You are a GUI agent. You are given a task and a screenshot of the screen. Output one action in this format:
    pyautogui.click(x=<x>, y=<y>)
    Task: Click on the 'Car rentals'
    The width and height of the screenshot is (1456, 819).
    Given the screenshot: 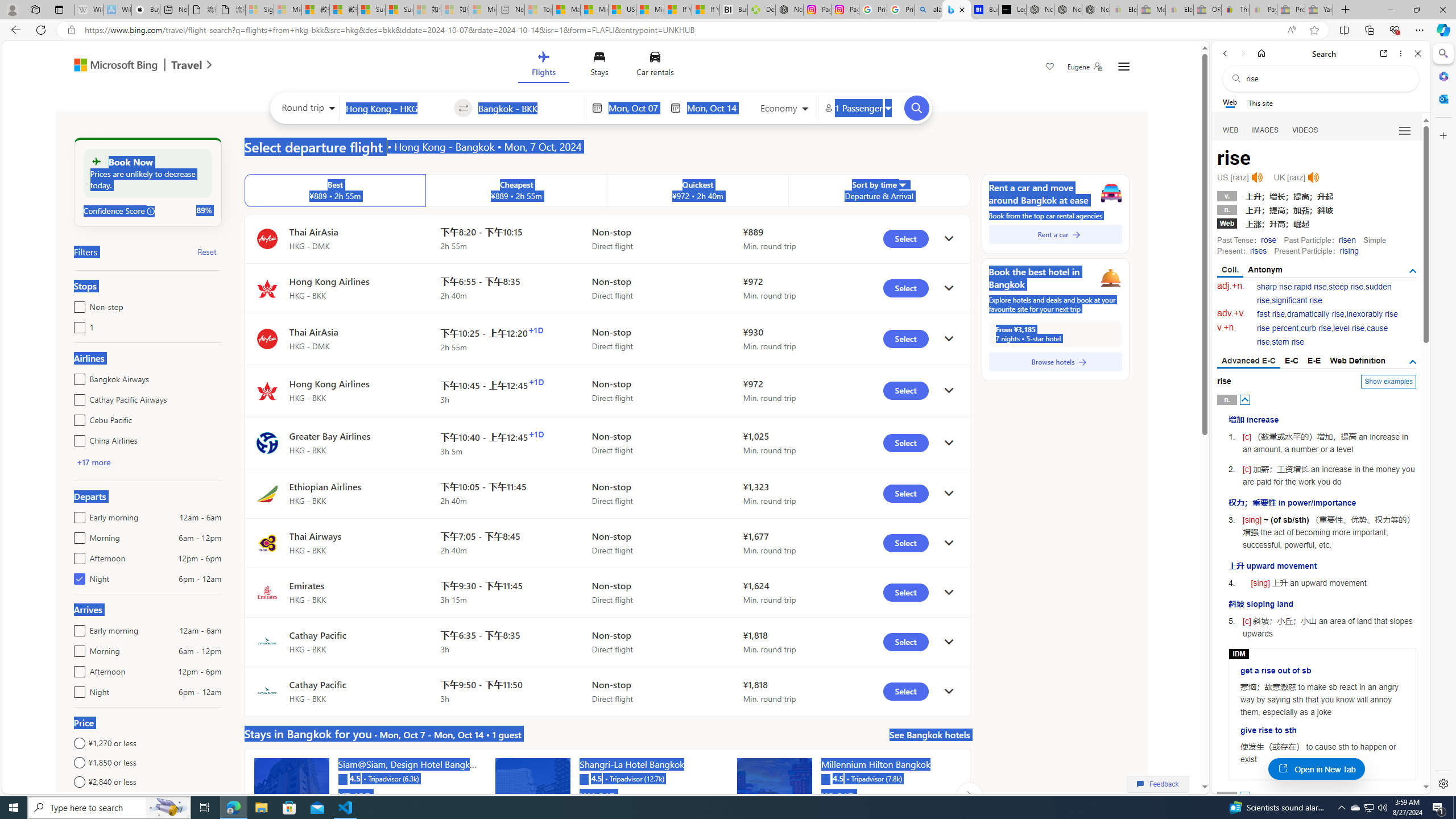 What is the action you would take?
    pyautogui.click(x=655, y=65)
    